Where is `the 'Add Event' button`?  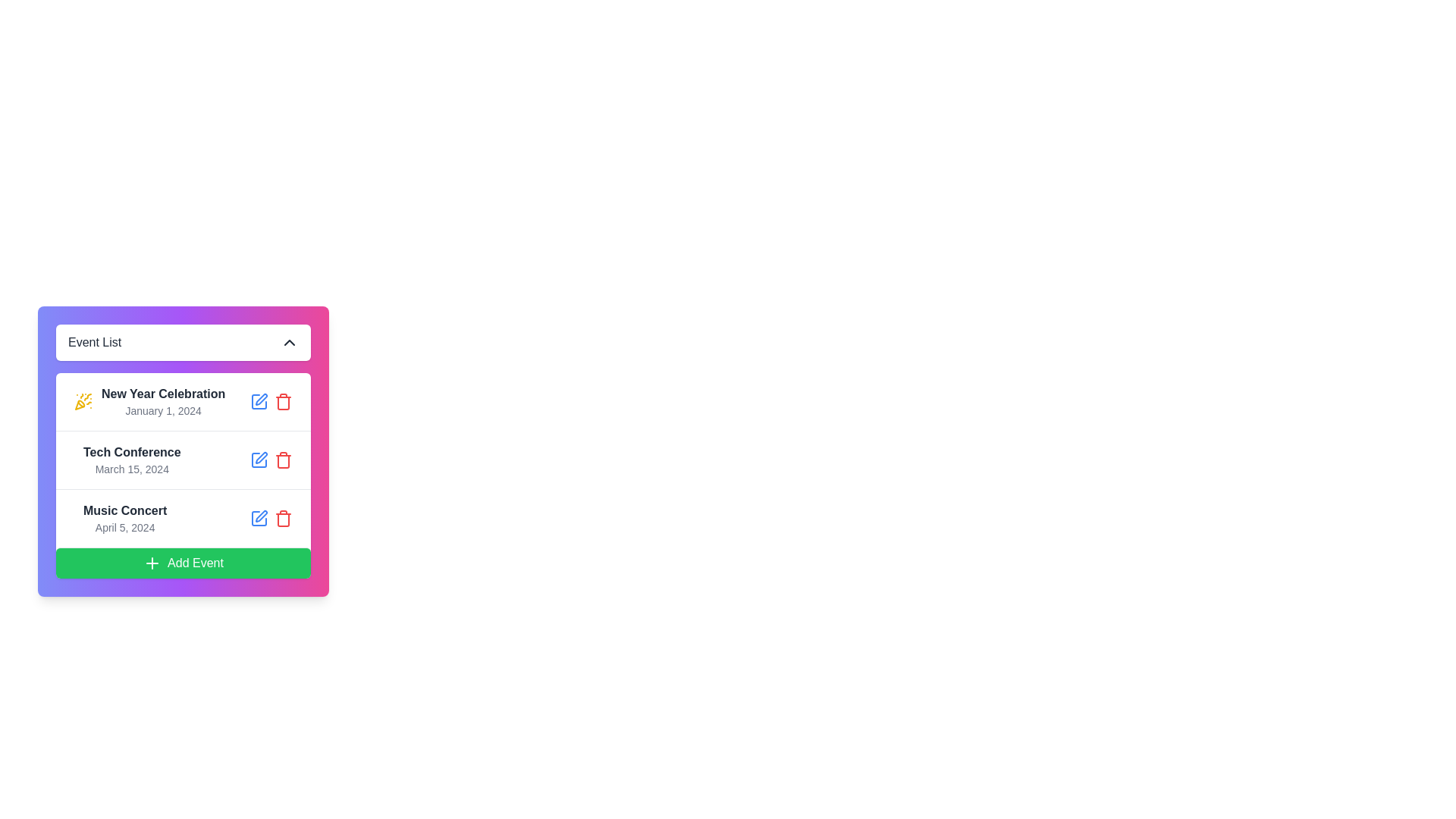 the 'Add Event' button is located at coordinates (182, 563).